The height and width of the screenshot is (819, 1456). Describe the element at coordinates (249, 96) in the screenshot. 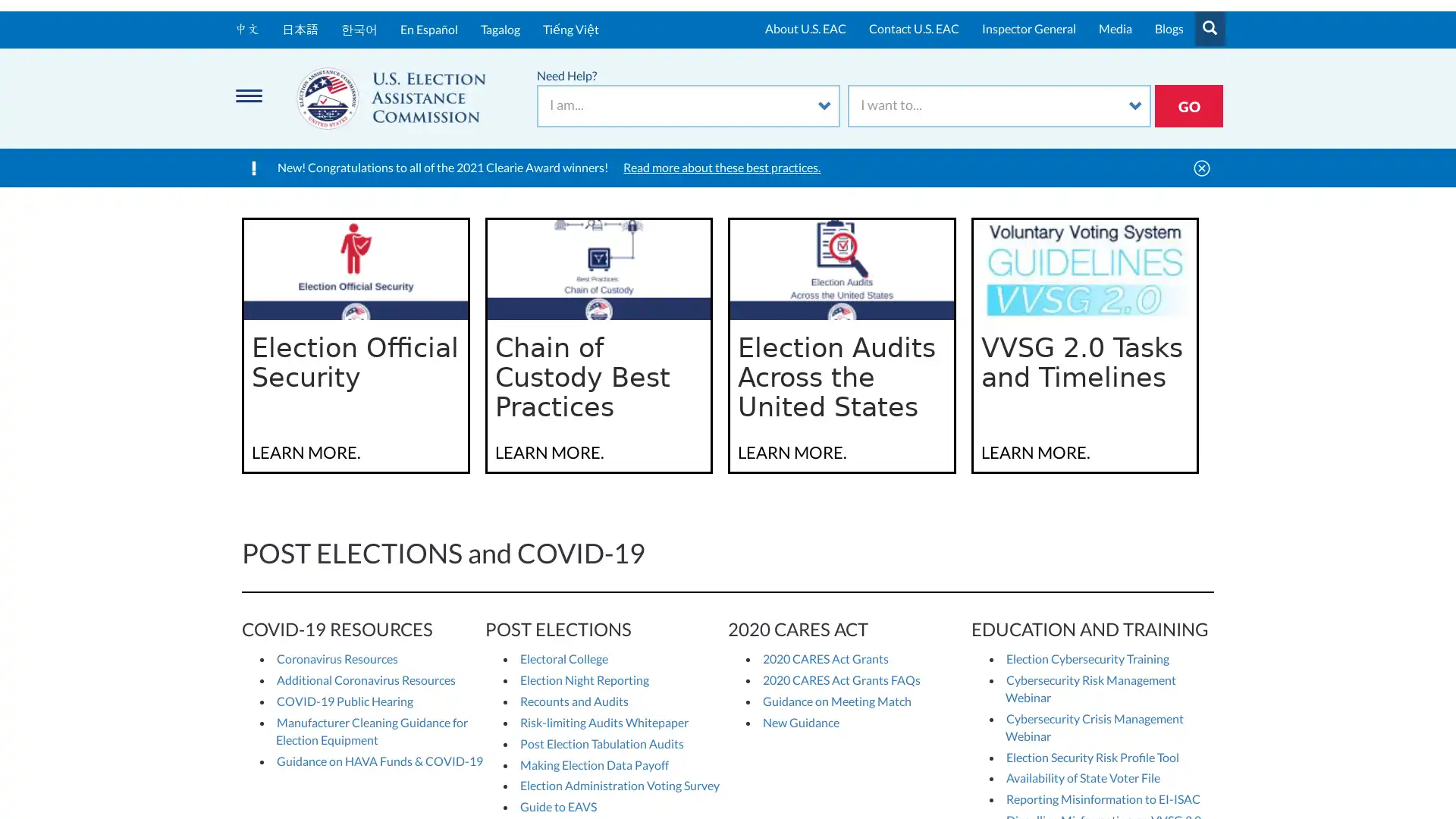

I see `Menu` at that location.